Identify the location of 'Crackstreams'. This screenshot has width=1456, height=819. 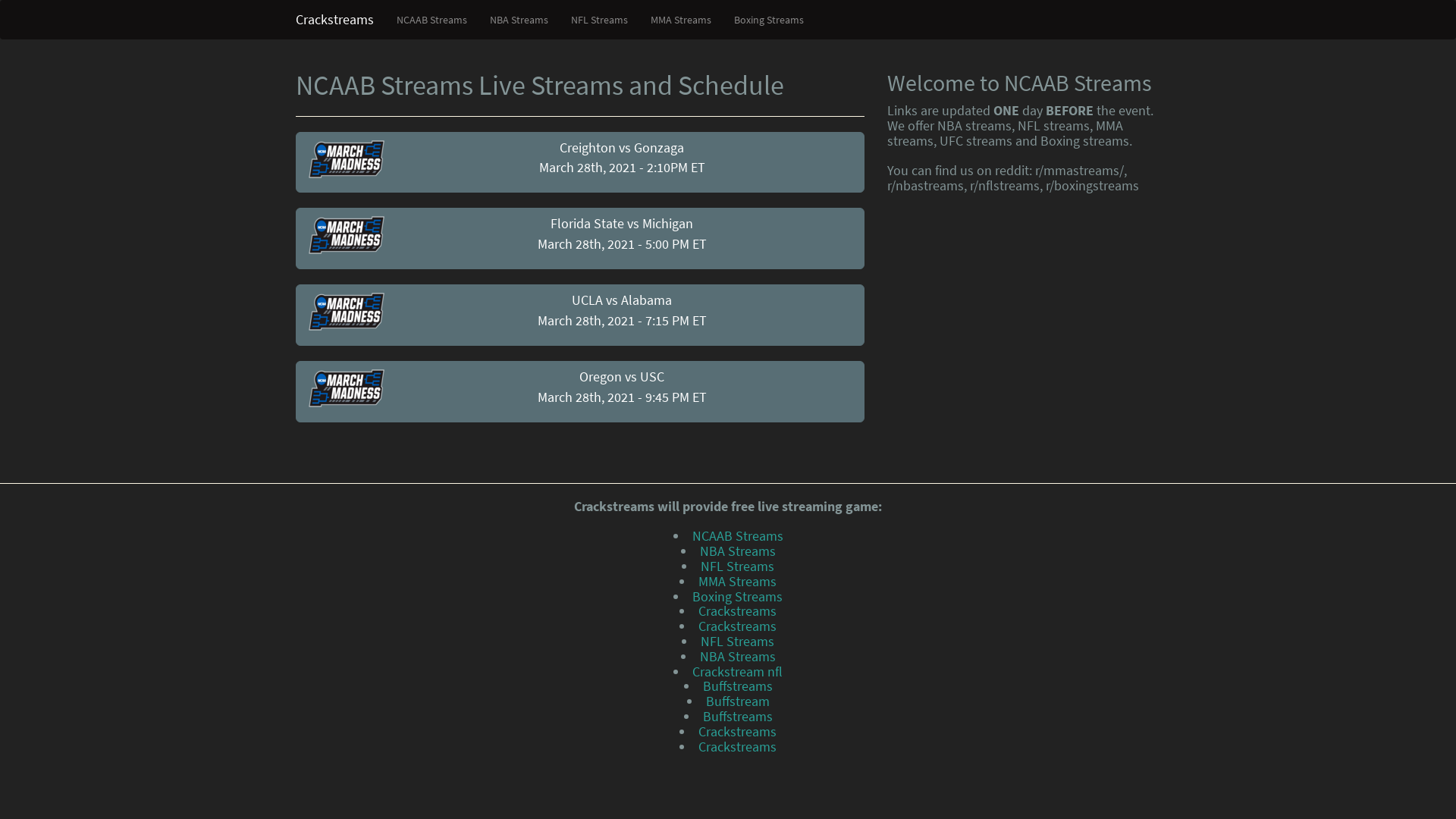
(737, 745).